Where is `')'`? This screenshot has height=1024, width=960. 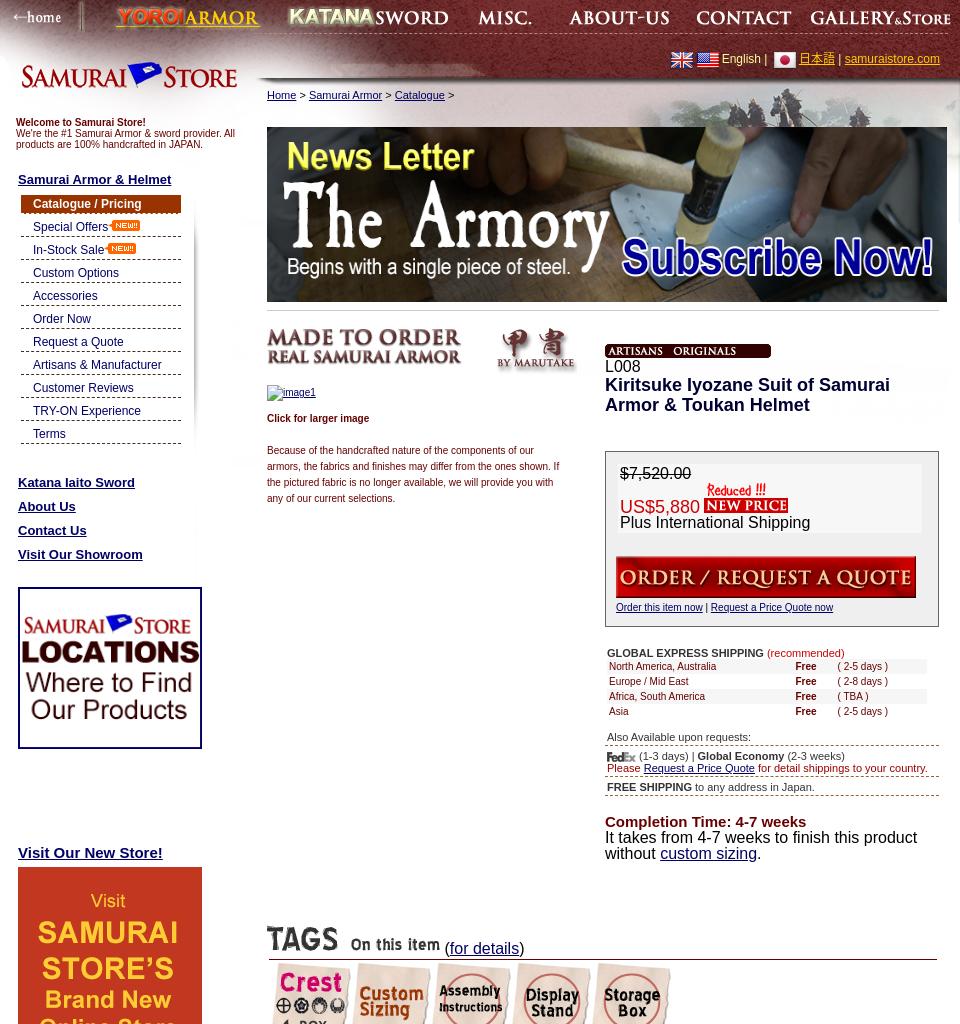 ')' is located at coordinates (520, 948).